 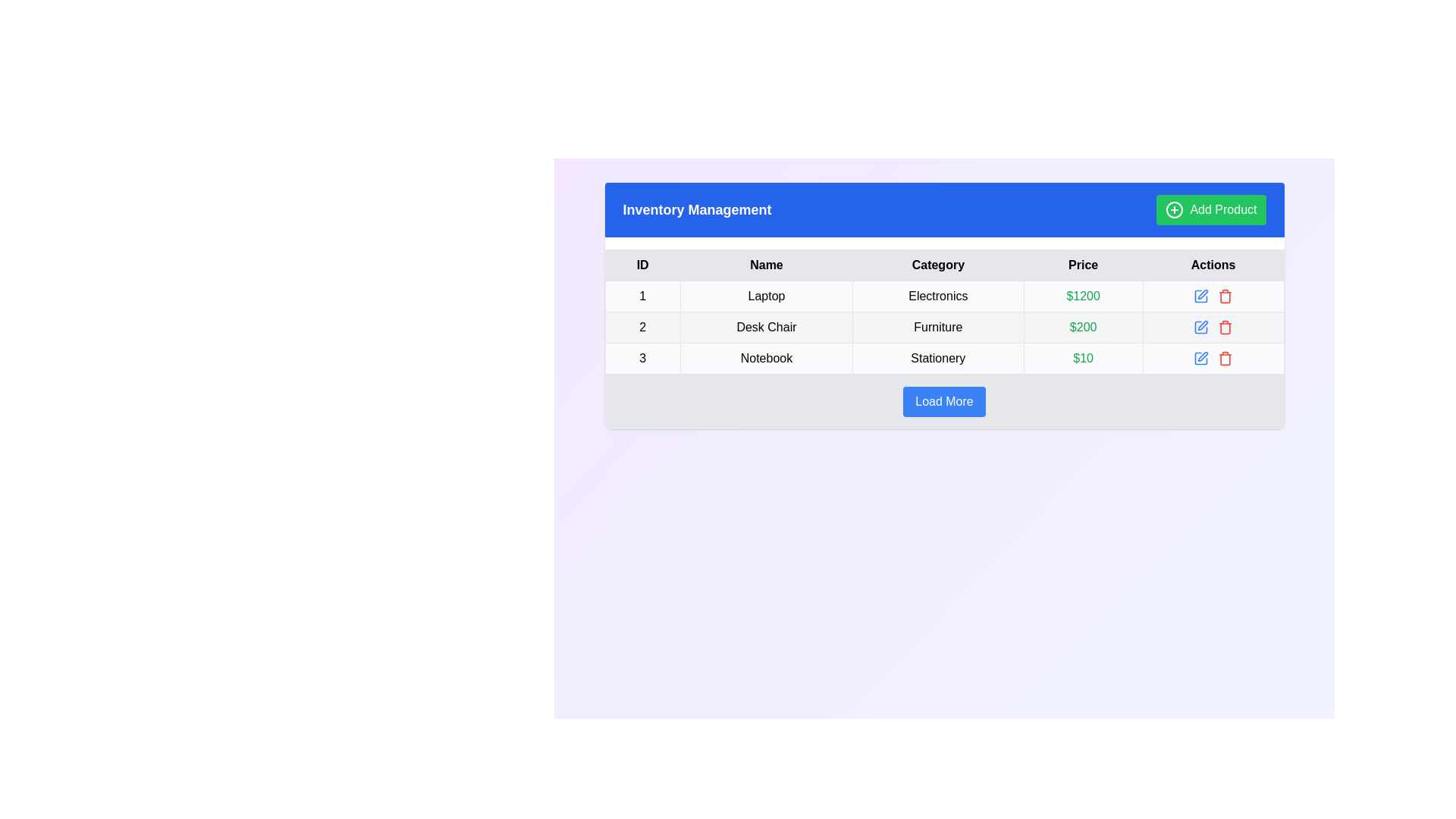 What do you see at coordinates (1200, 359) in the screenshot?
I see `the Icon button located in the Actions column of the last row in the table` at bounding box center [1200, 359].